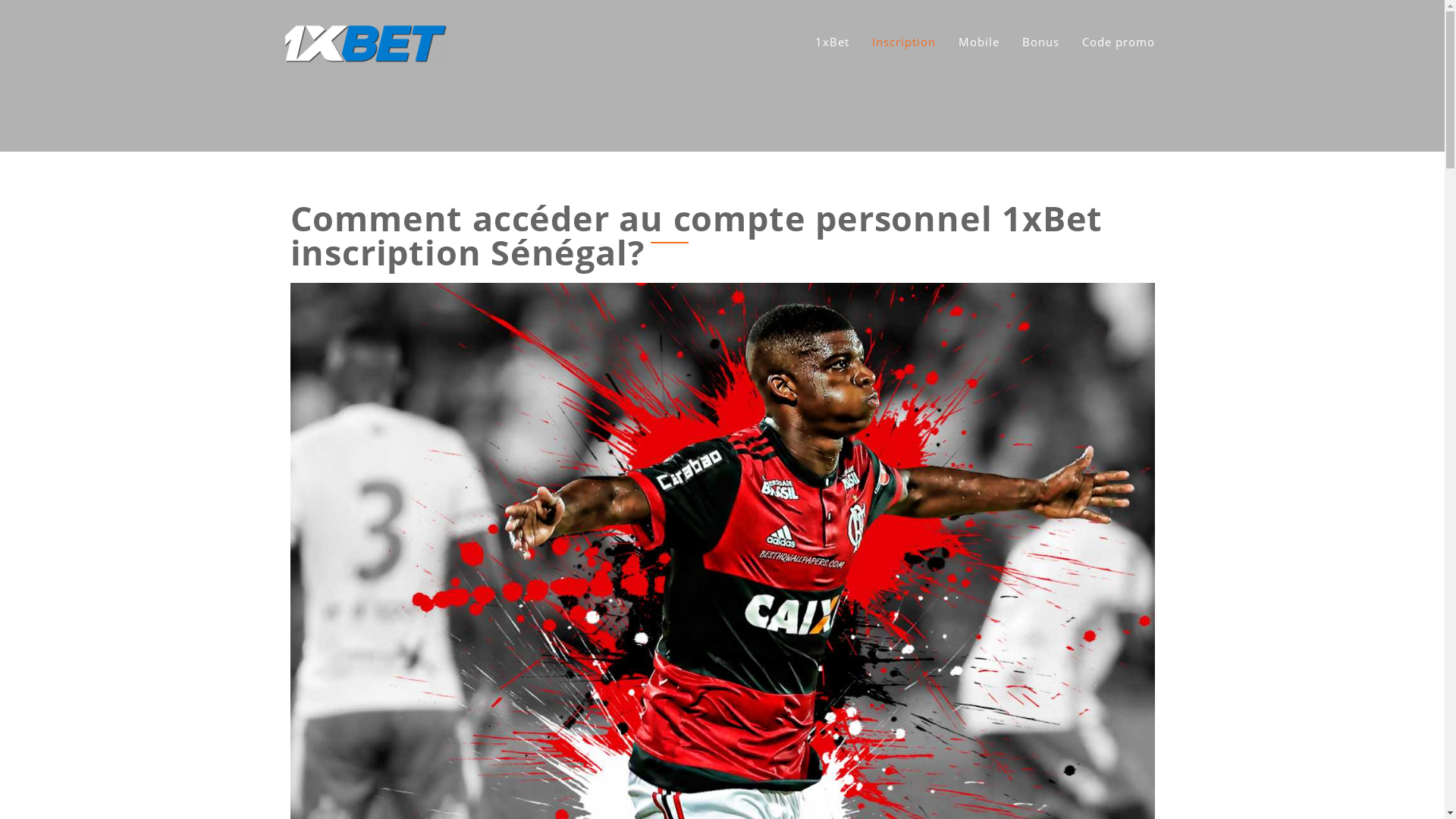  I want to click on 'Bonus', so click(1040, 40).